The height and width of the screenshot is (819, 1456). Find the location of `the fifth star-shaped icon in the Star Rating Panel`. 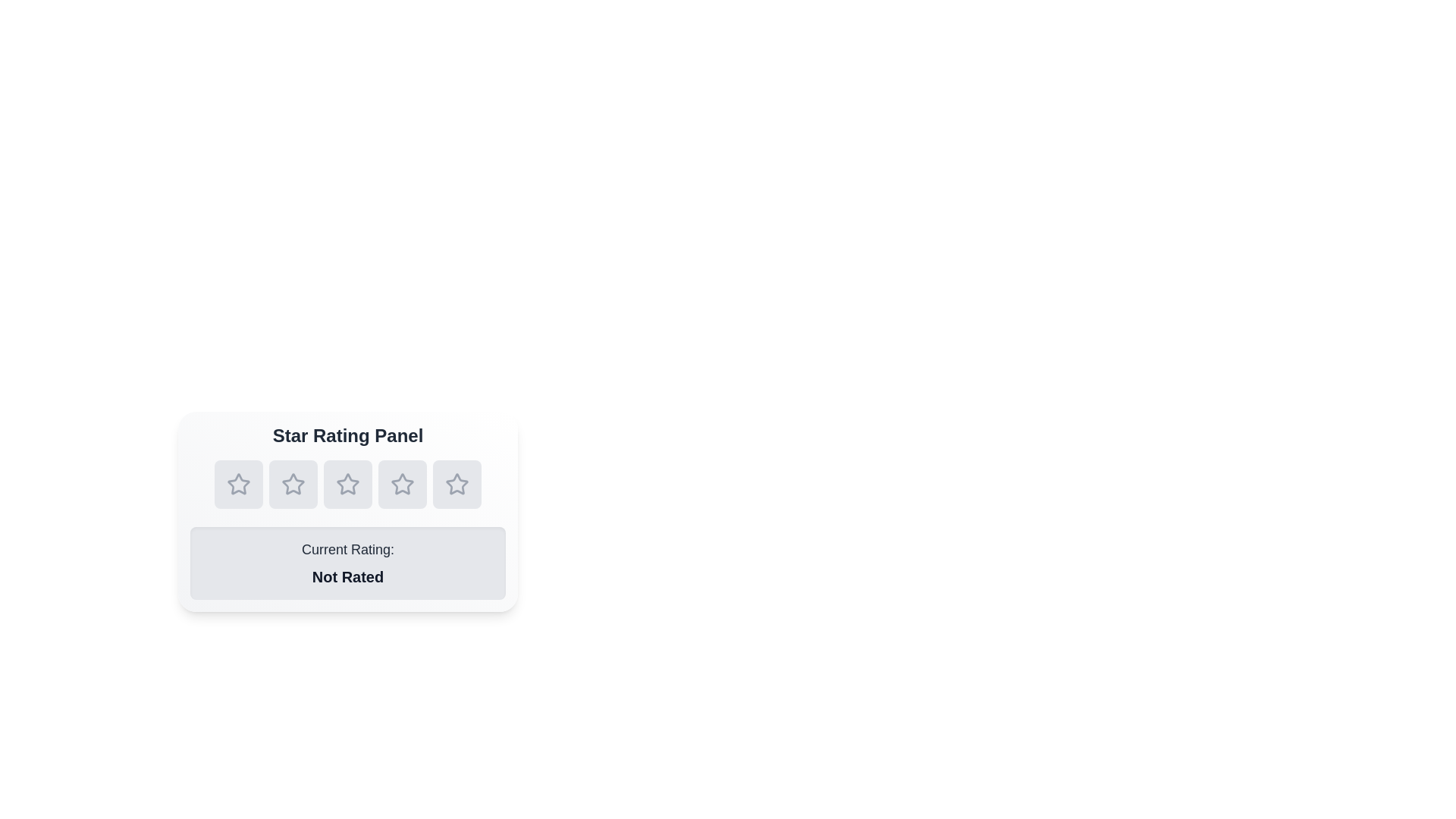

the fifth star-shaped icon in the Star Rating Panel is located at coordinates (457, 485).